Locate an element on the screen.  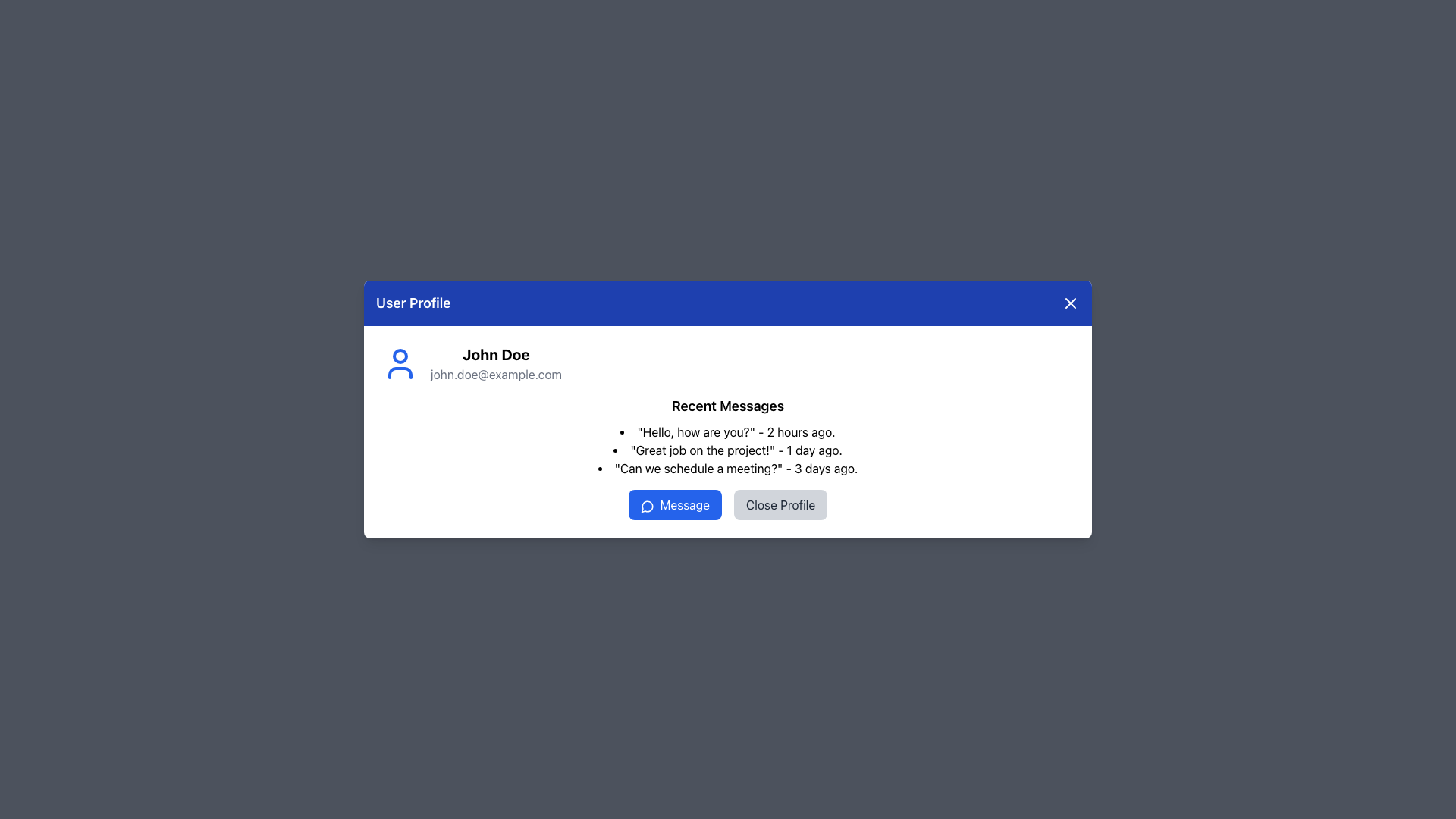
the close button located on the far-right side of the header bar labeled 'User Profile' is located at coordinates (1069, 303).